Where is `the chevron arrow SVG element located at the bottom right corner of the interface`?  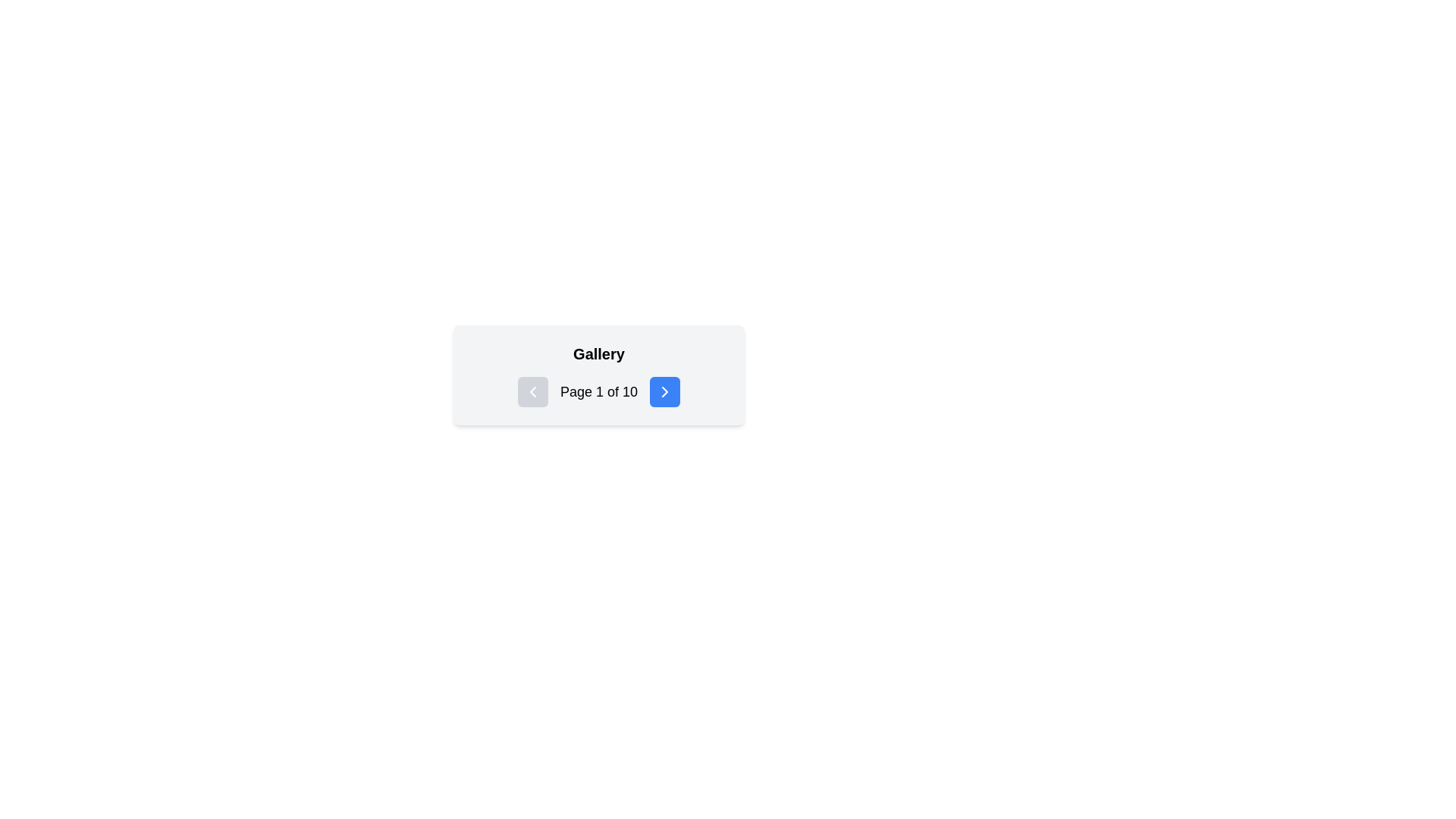
the chevron arrow SVG element located at the bottom right corner of the interface is located at coordinates (665, 391).